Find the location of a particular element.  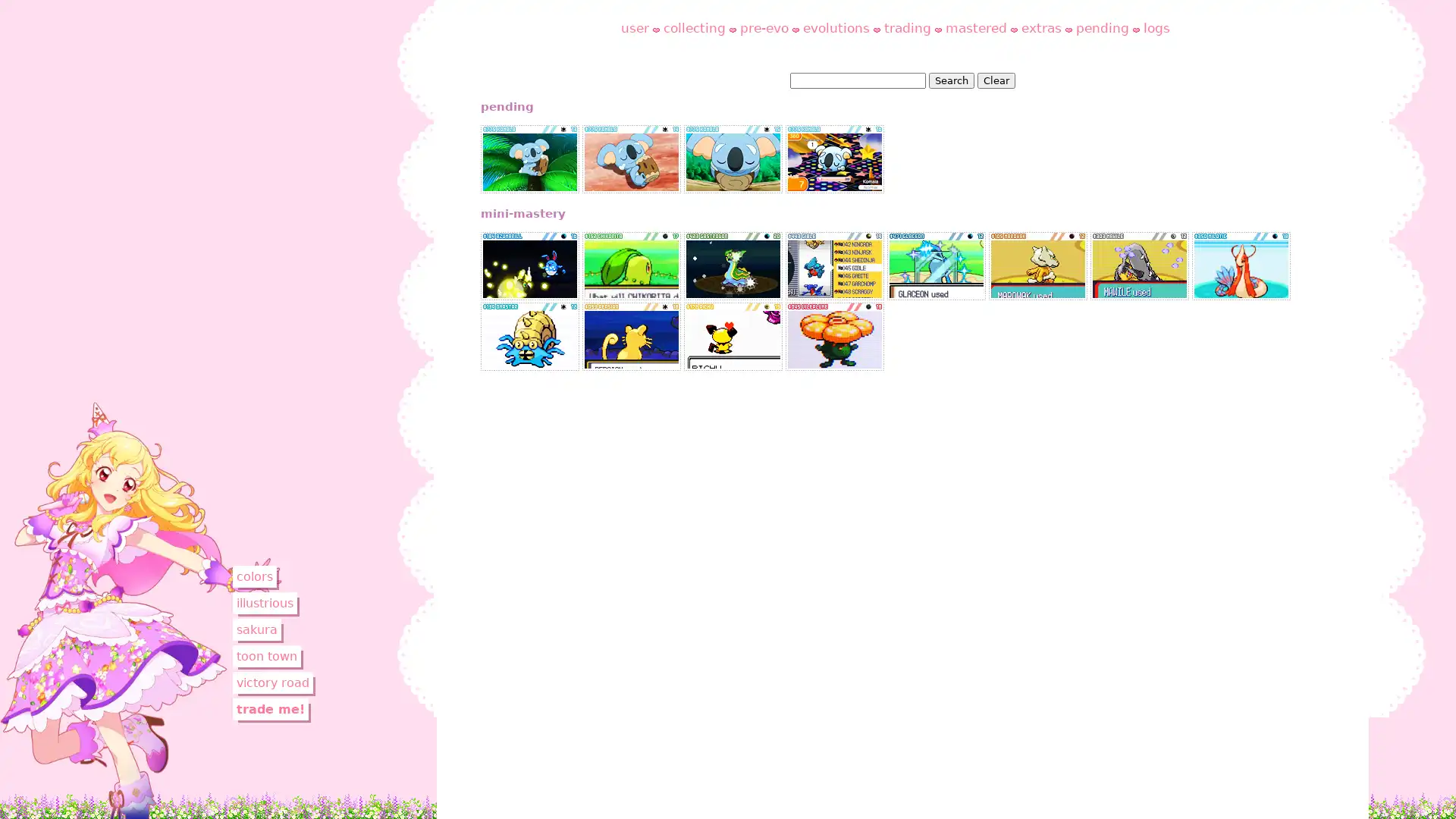

Search is located at coordinates (949, 80).